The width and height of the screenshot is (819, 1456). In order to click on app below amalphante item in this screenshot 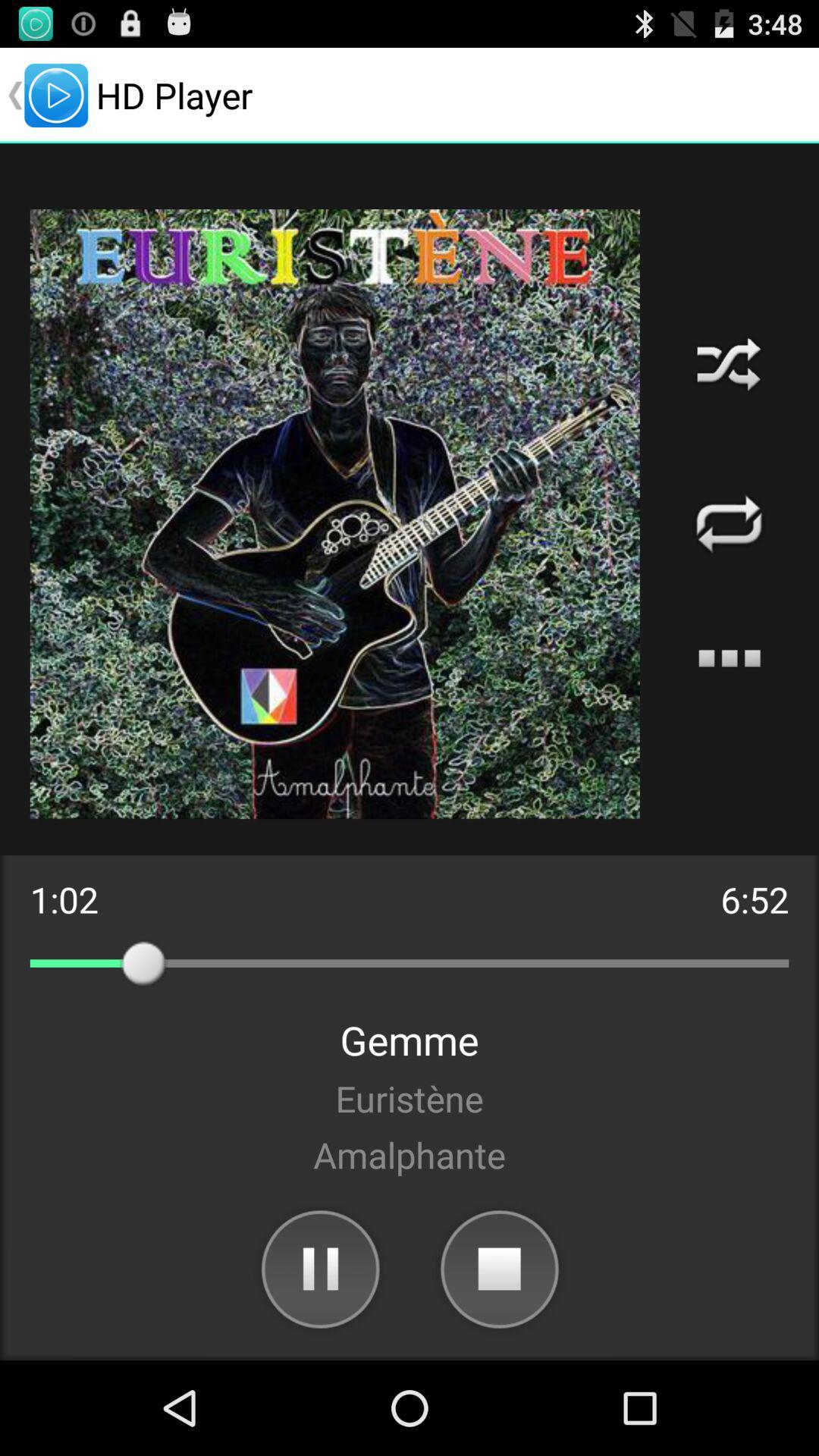, I will do `click(318, 1268)`.